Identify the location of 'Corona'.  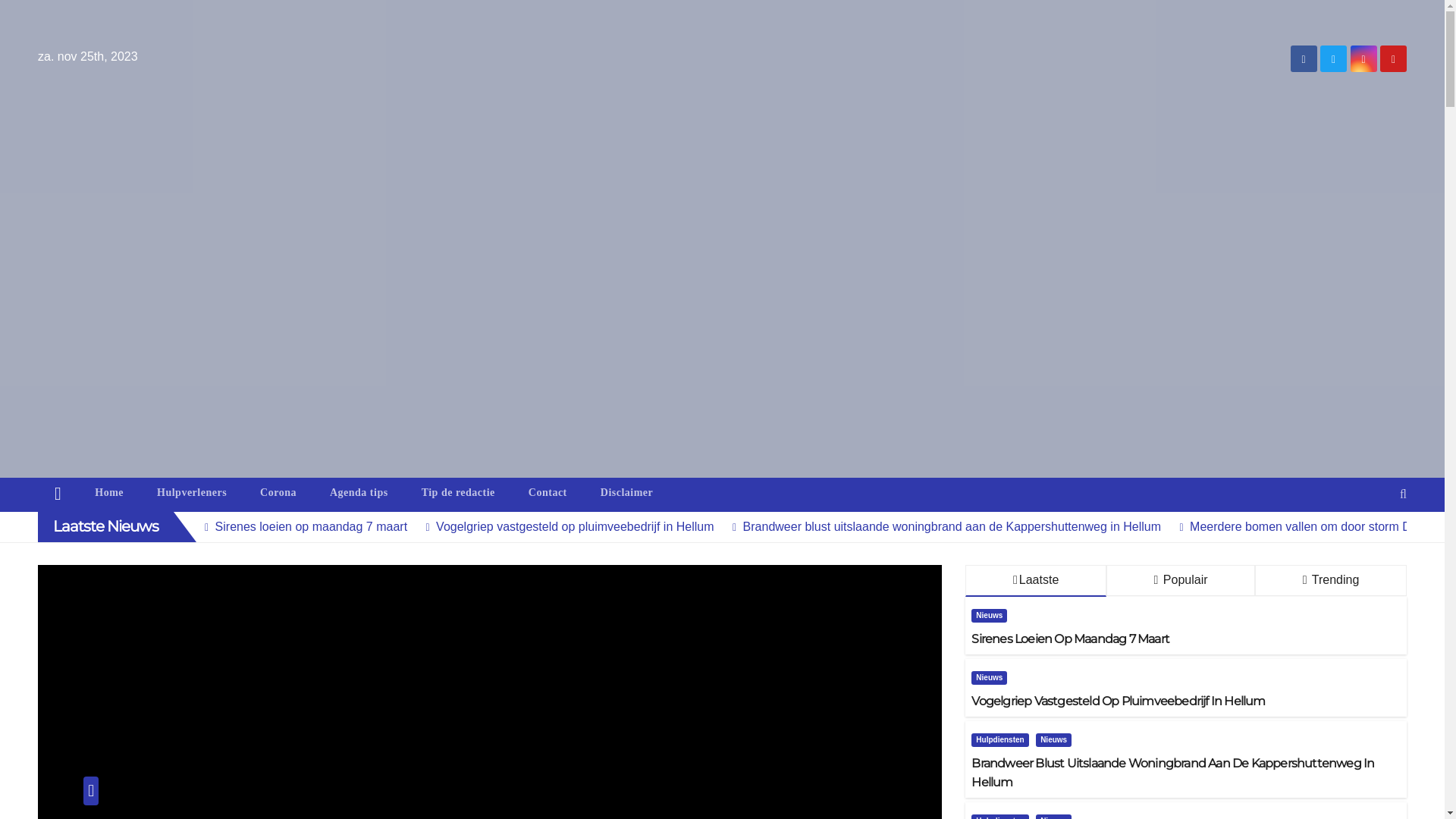
(243, 493).